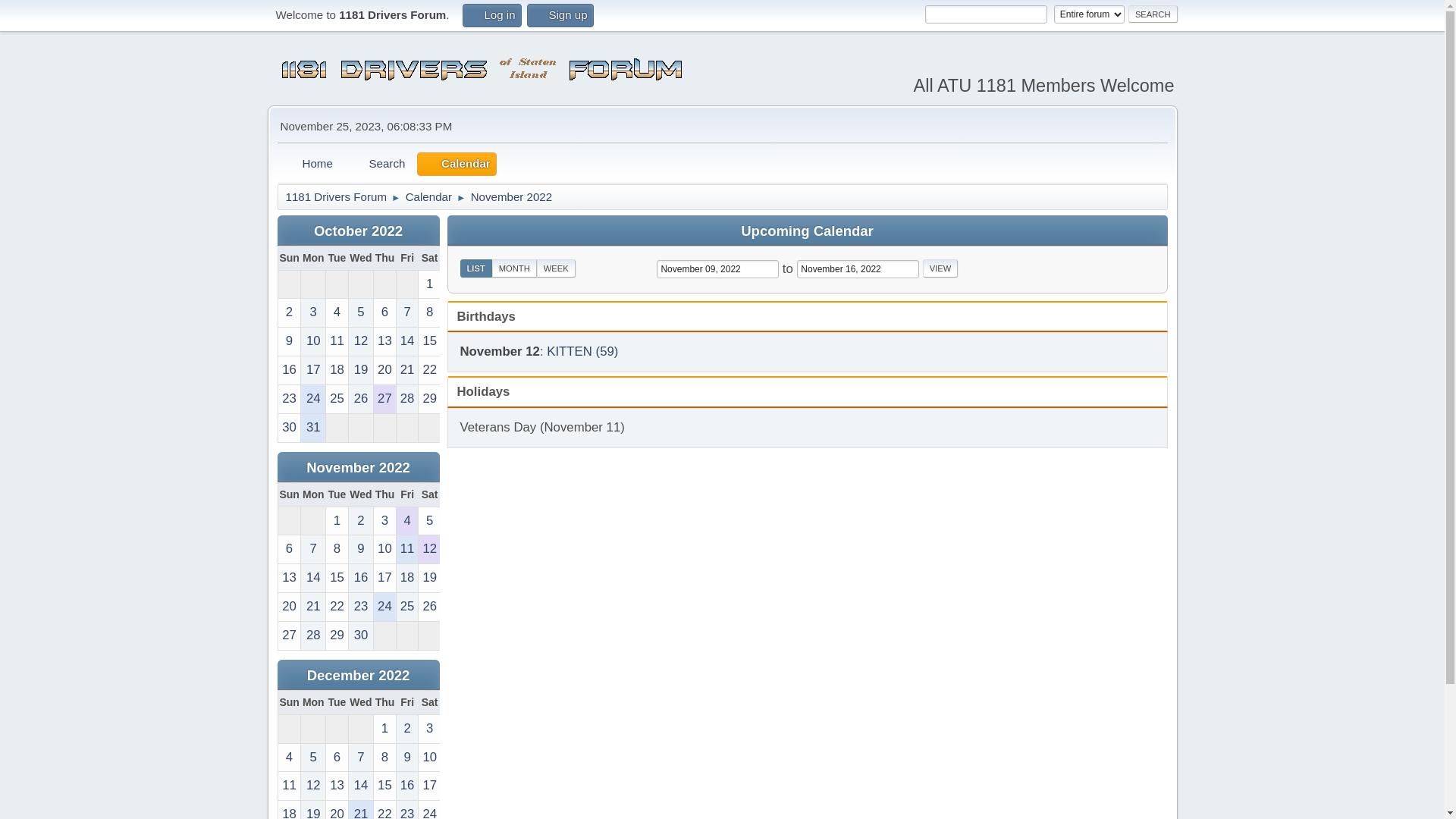  What do you see at coordinates (428, 284) in the screenshot?
I see `'1'` at bounding box center [428, 284].